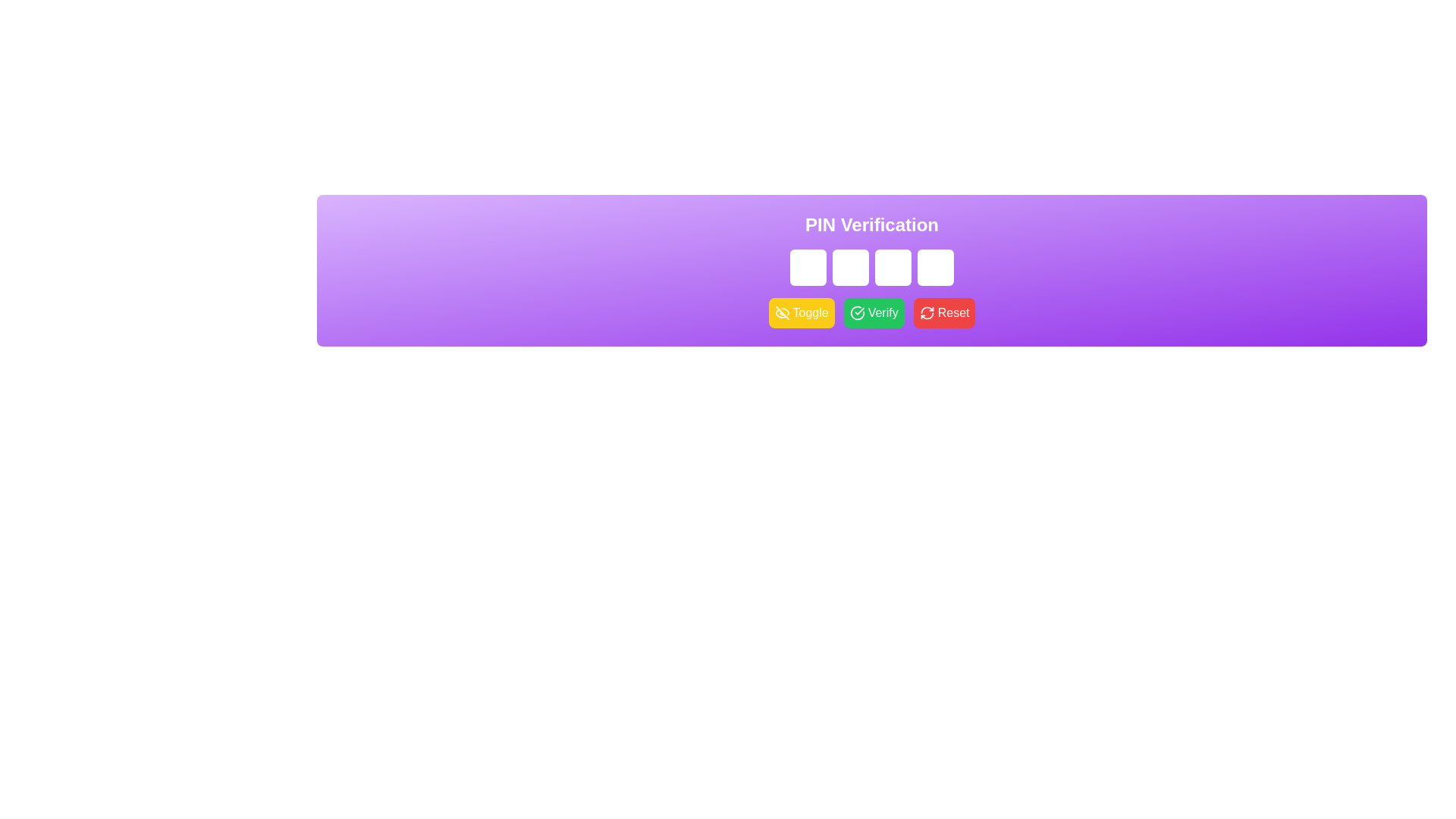 The width and height of the screenshot is (1456, 819). What do you see at coordinates (801, 312) in the screenshot?
I see `the leftmost button in the 'PIN Verification' section` at bounding box center [801, 312].